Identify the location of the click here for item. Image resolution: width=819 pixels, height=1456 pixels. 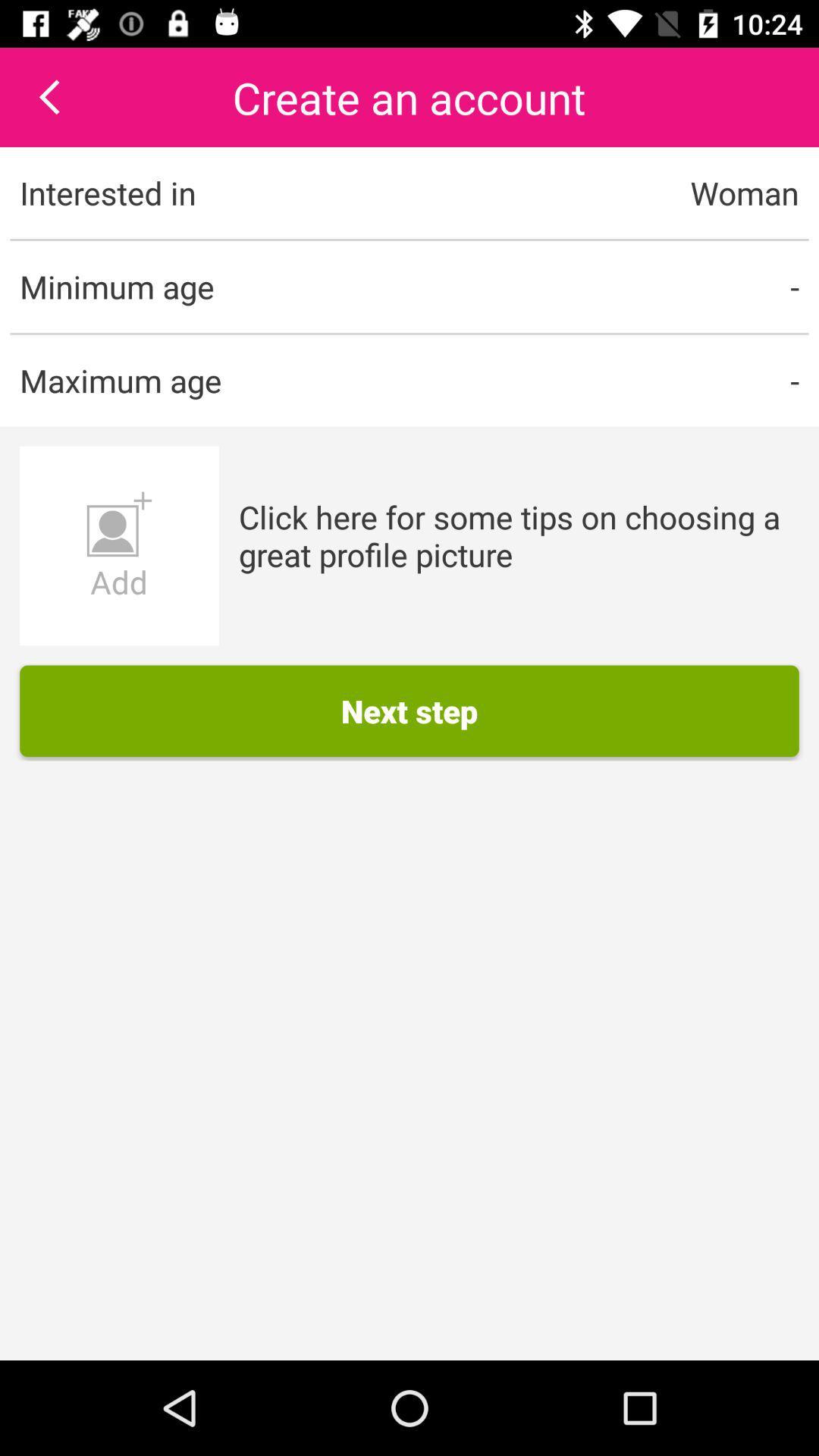
(518, 535).